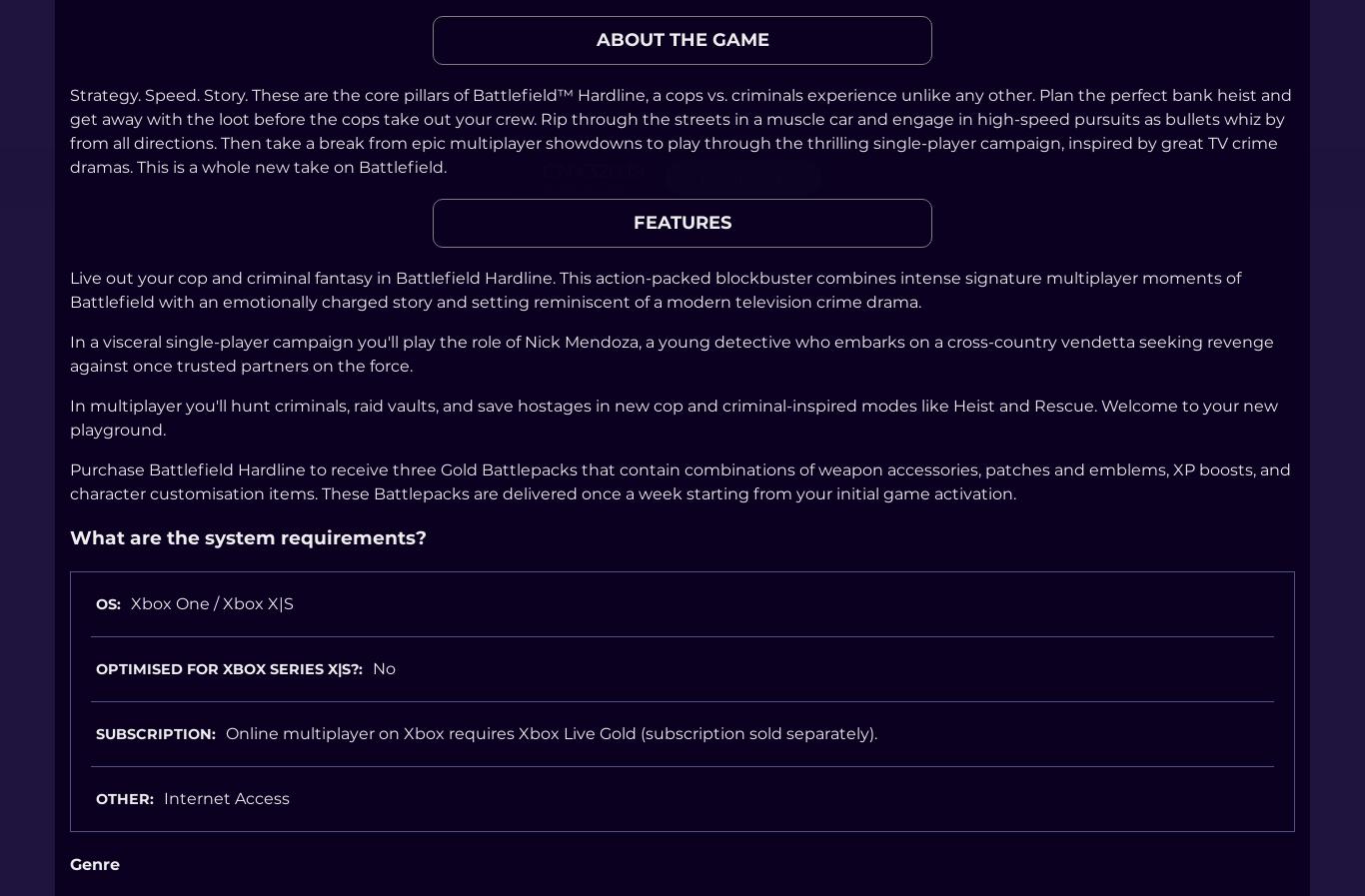  What do you see at coordinates (679, 480) in the screenshot?
I see `'Purchase Battlefield Hardline to receive three Gold Battlepacks that contain combinations of weapon accessories, patches and emblems, XP boosts, and character customisation items. These Battlepacks are delivered once a week starting from your initial game activation.'` at bounding box center [679, 480].